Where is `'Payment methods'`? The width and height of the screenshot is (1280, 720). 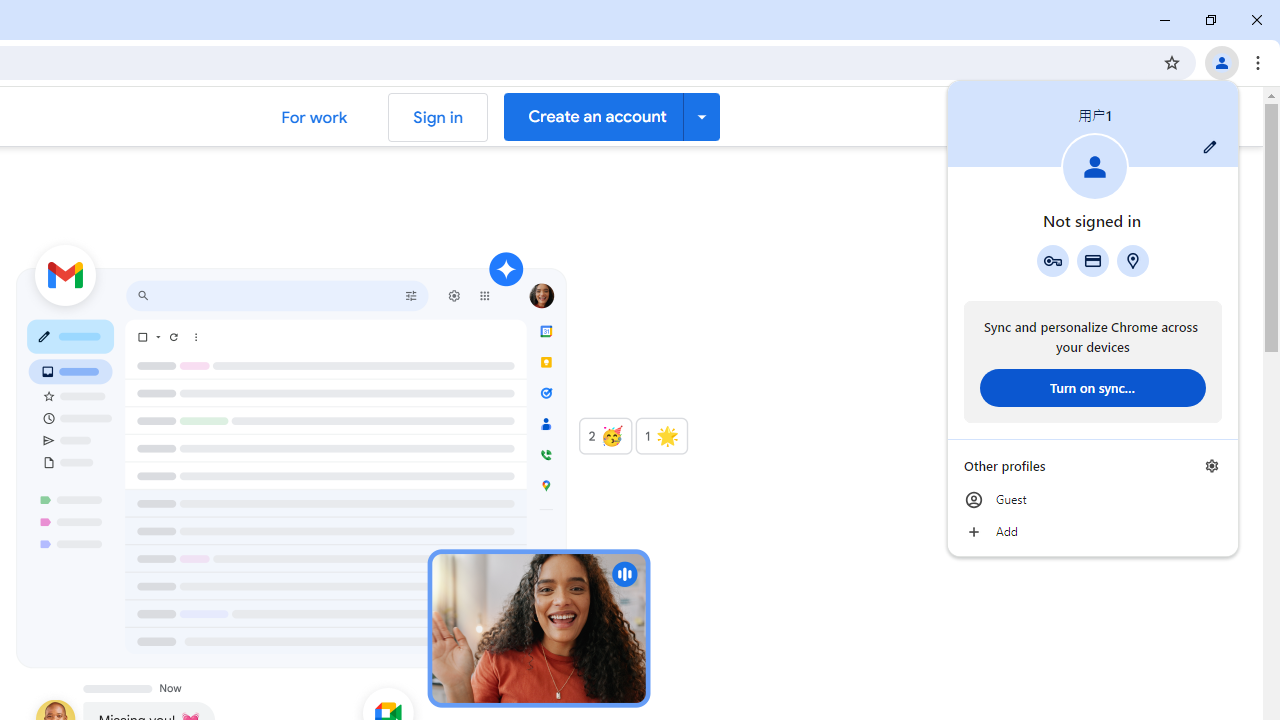 'Payment methods' is located at coordinates (1091, 260).